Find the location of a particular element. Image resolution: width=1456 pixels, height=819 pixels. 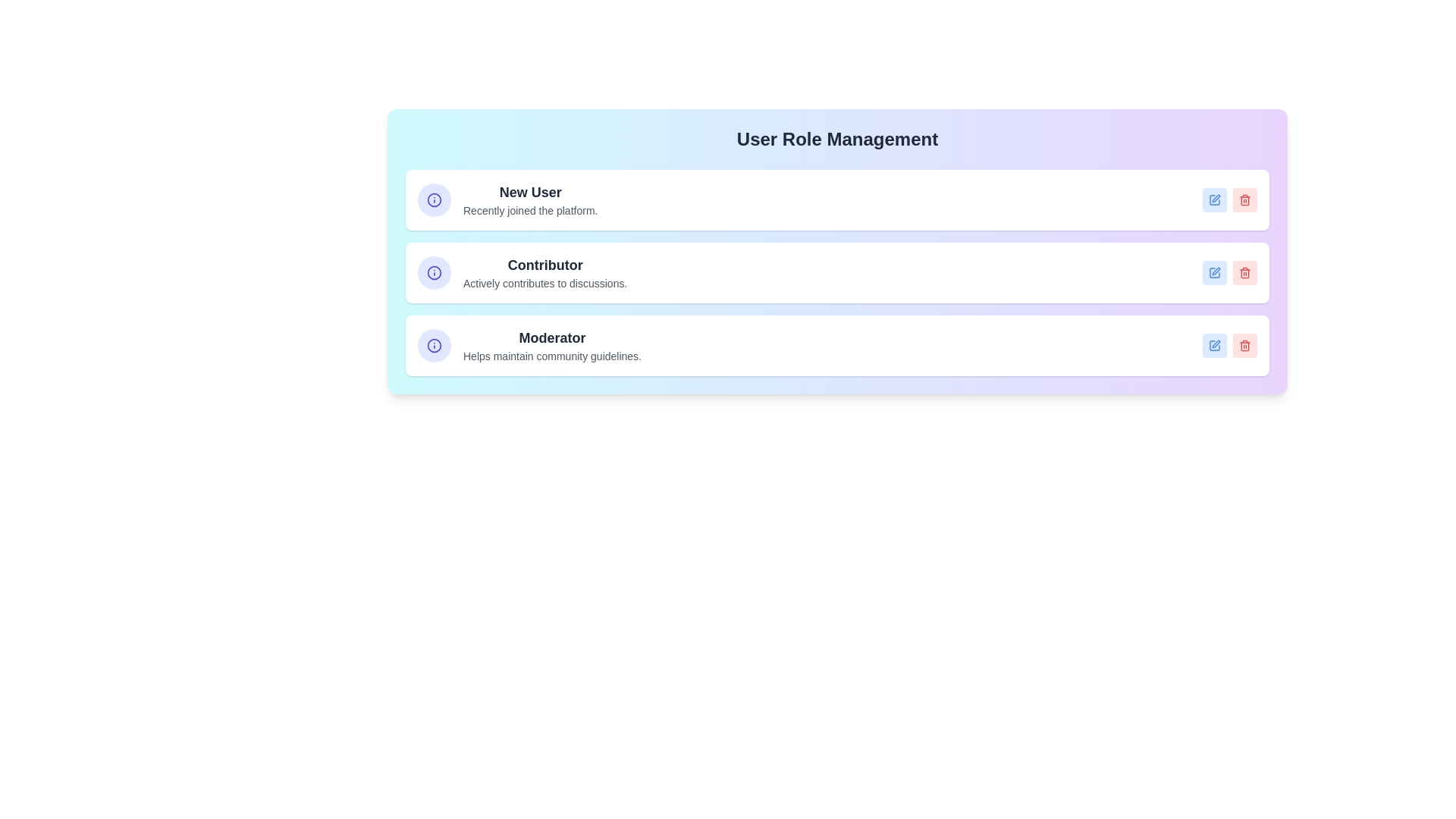

the information icon of the tag labeled 'New User' is located at coordinates (433, 199).